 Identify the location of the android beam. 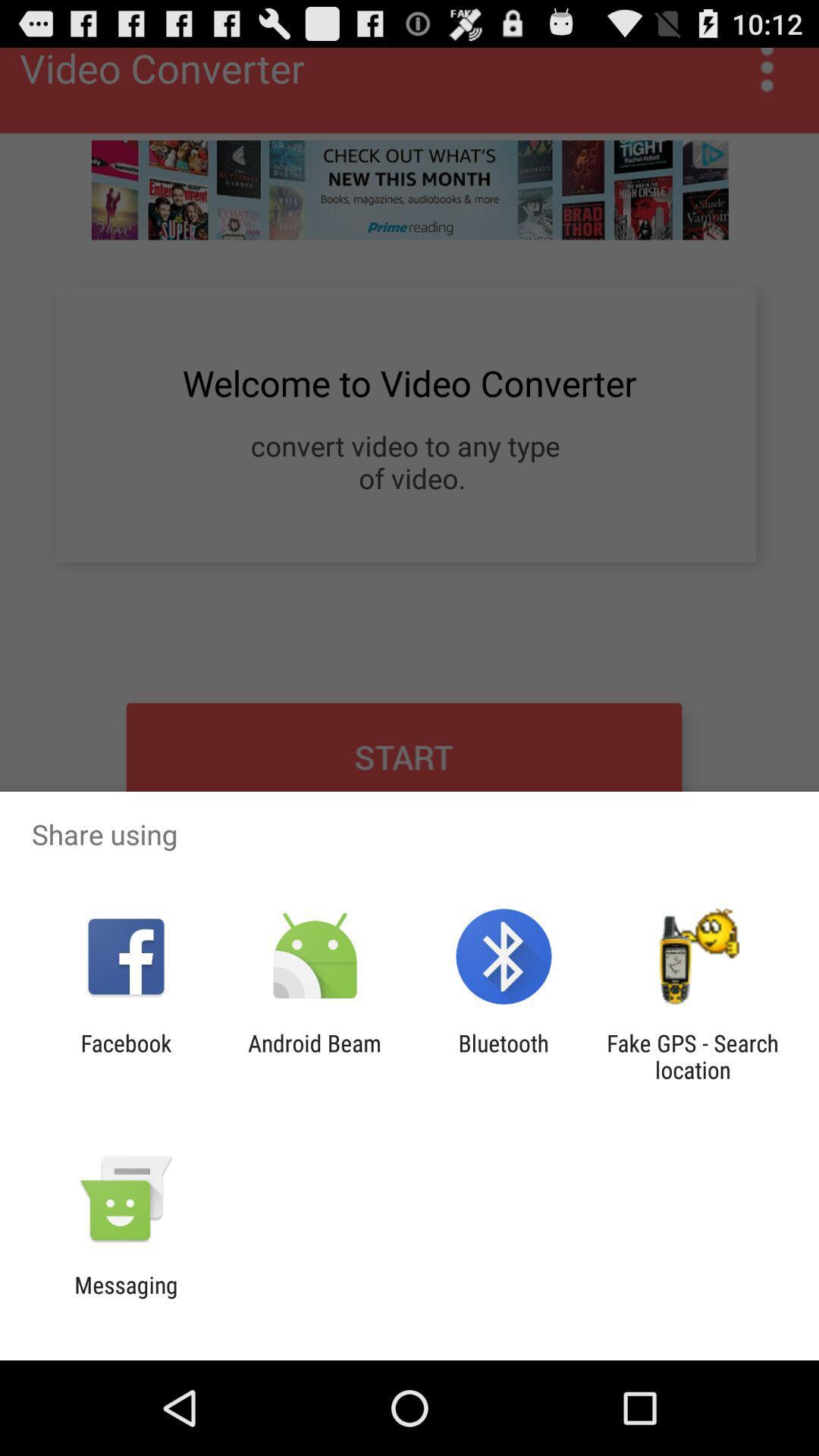
(314, 1056).